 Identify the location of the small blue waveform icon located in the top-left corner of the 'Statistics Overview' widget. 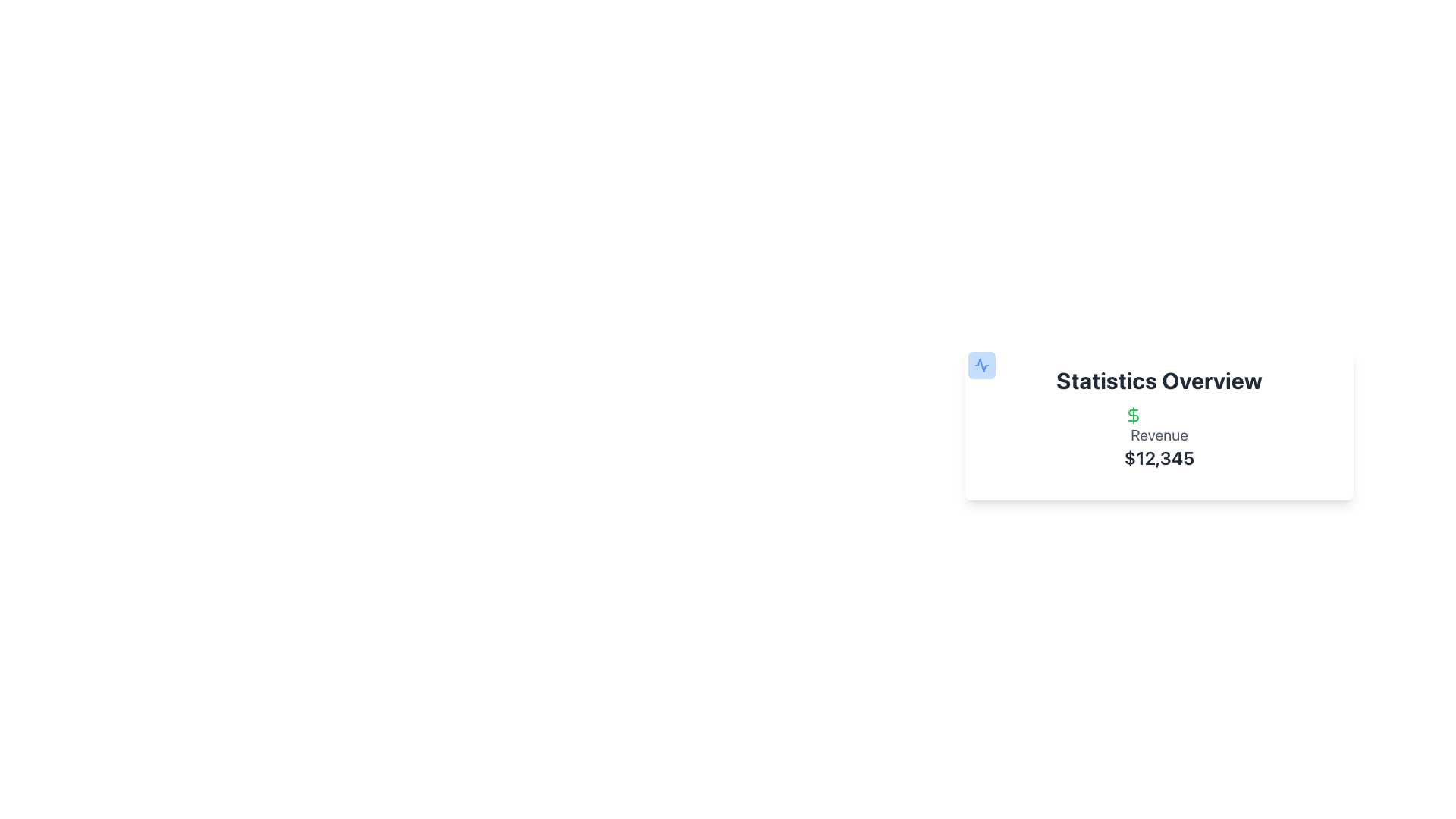
(982, 366).